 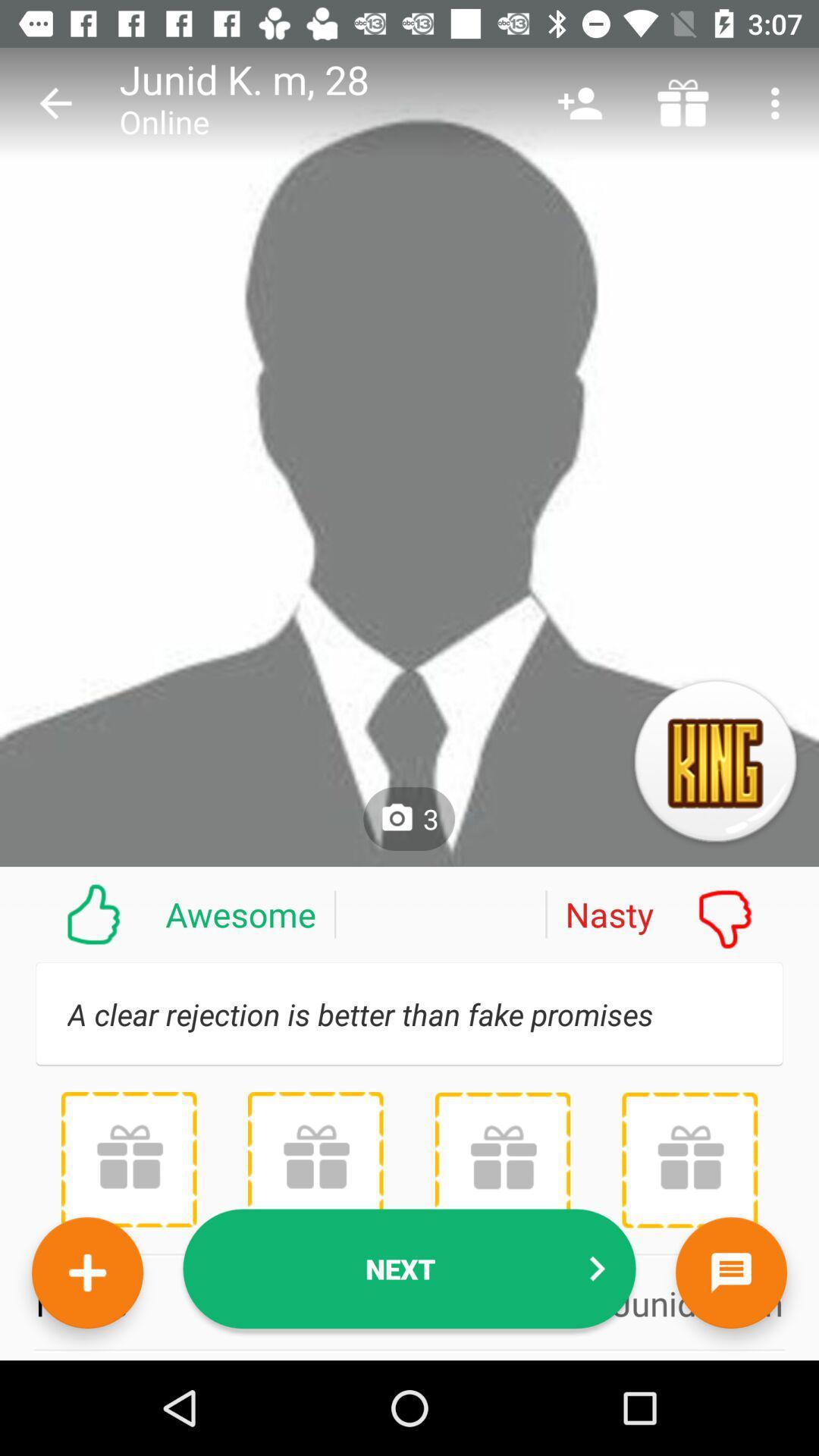 What do you see at coordinates (502, 1159) in the screenshot?
I see `the item above name` at bounding box center [502, 1159].